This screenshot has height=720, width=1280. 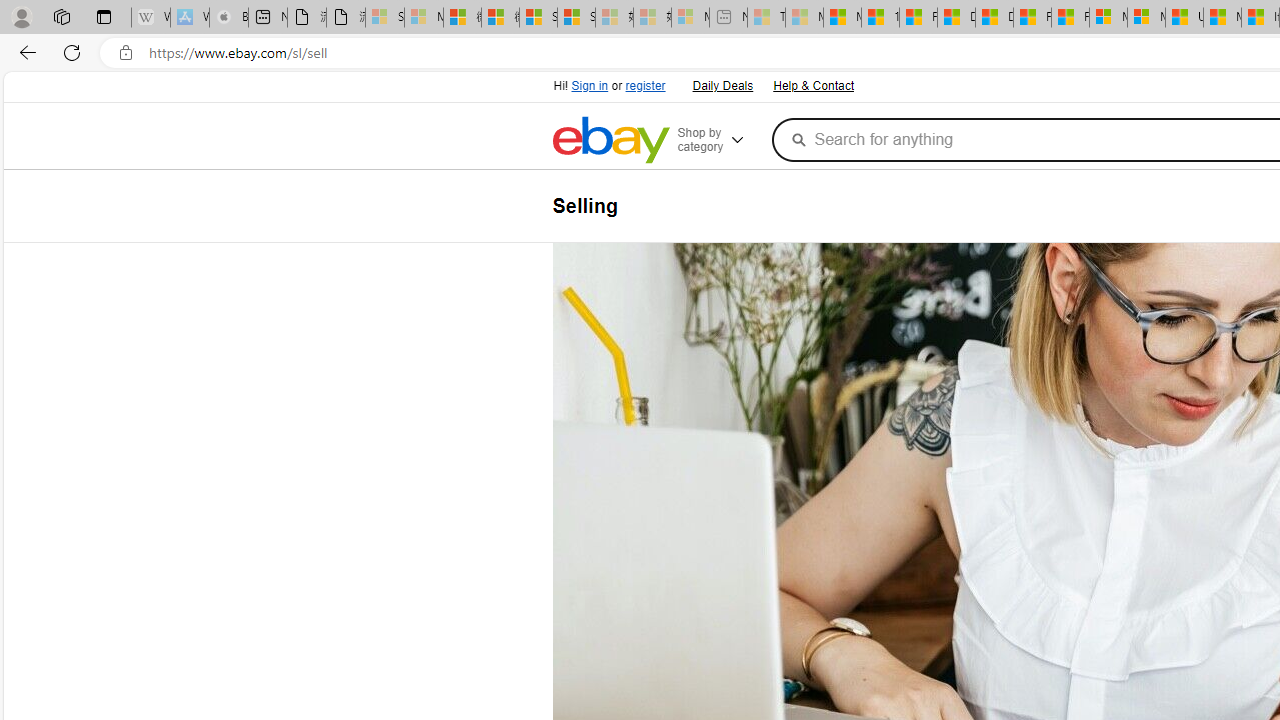 I want to click on 'Drinking tea every day is proven to delay biological aging', so click(x=993, y=17).